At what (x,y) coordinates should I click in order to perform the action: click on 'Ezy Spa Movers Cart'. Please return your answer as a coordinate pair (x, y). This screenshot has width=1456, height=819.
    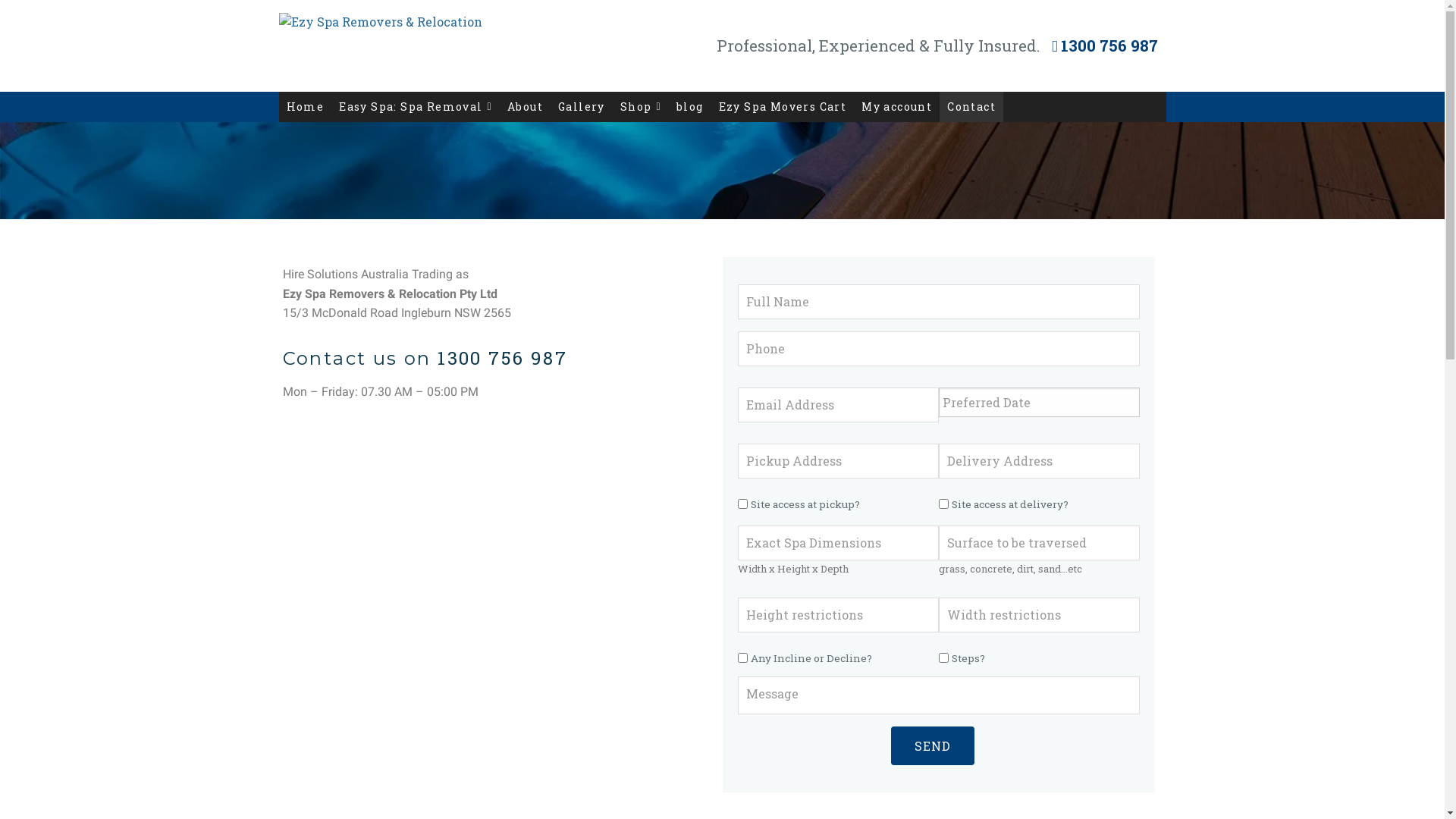
    Looking at the image, I should click on (783, 106).